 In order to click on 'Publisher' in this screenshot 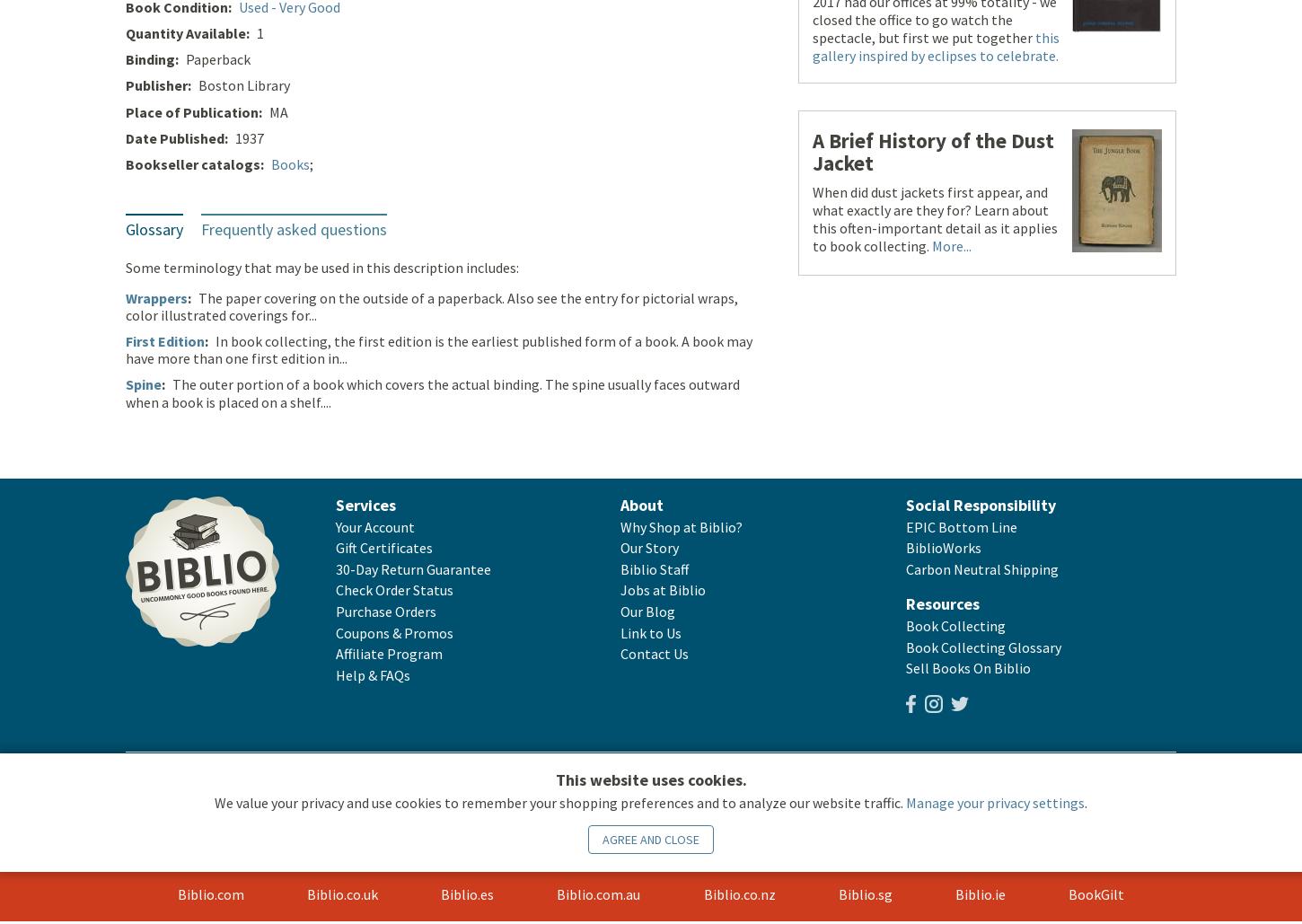, I will do `click(125, 86)`.